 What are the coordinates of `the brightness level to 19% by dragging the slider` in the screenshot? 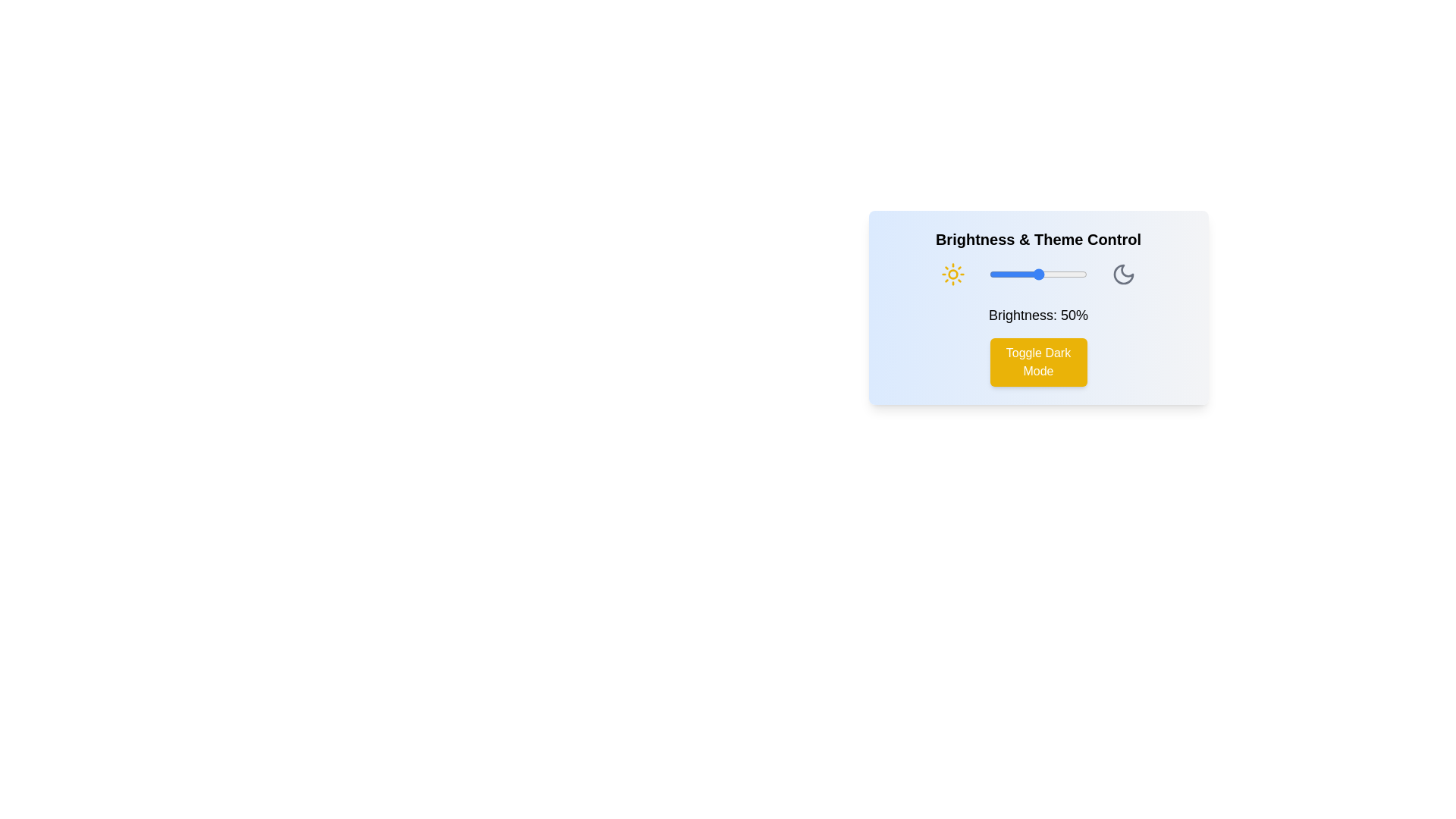 It's located at (1008, 275).